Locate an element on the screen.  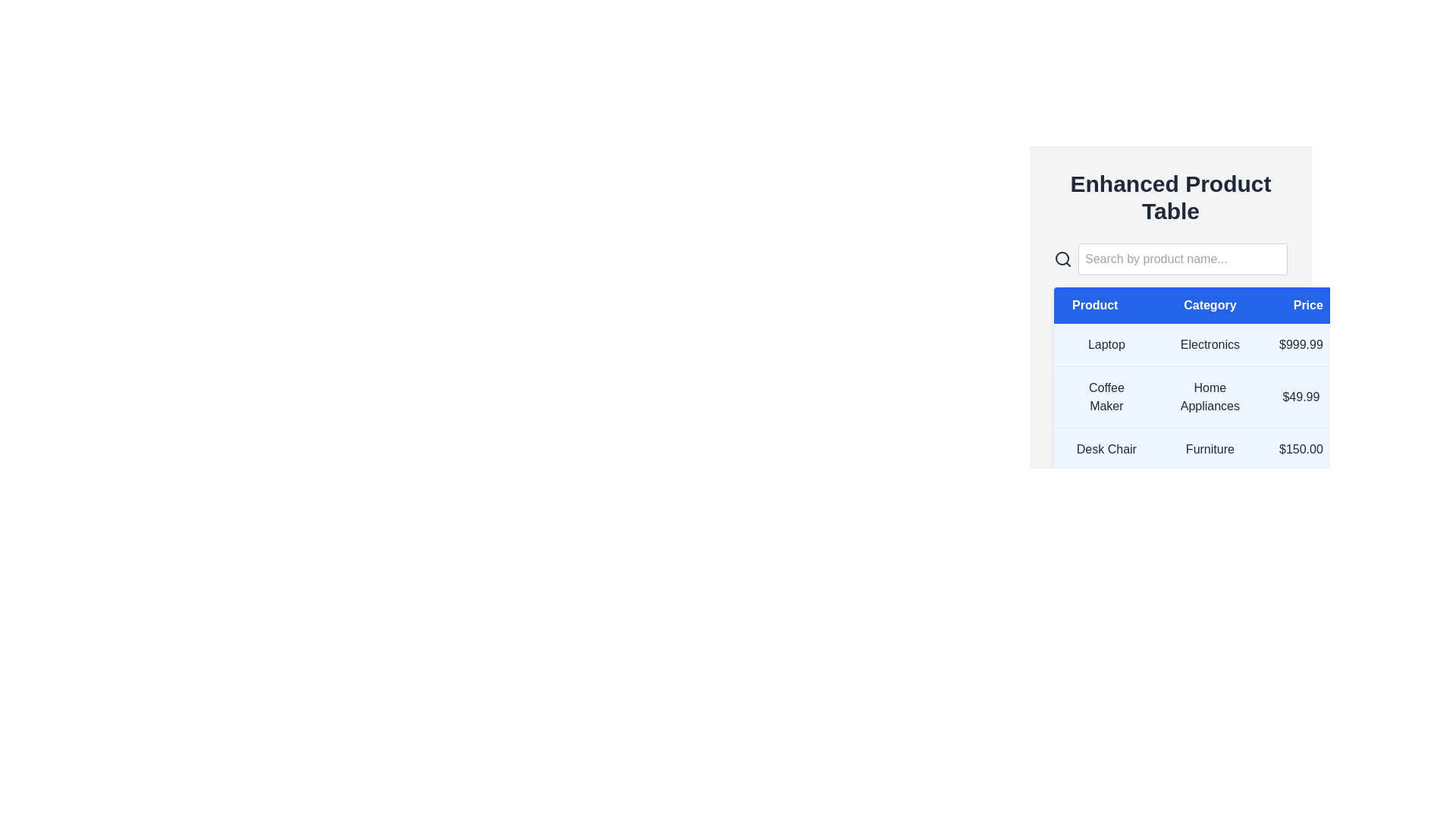
the 'Category' table column header, which is the second column header positioned between 'Product' and 'Price' is located at coordinates (1209, 305).